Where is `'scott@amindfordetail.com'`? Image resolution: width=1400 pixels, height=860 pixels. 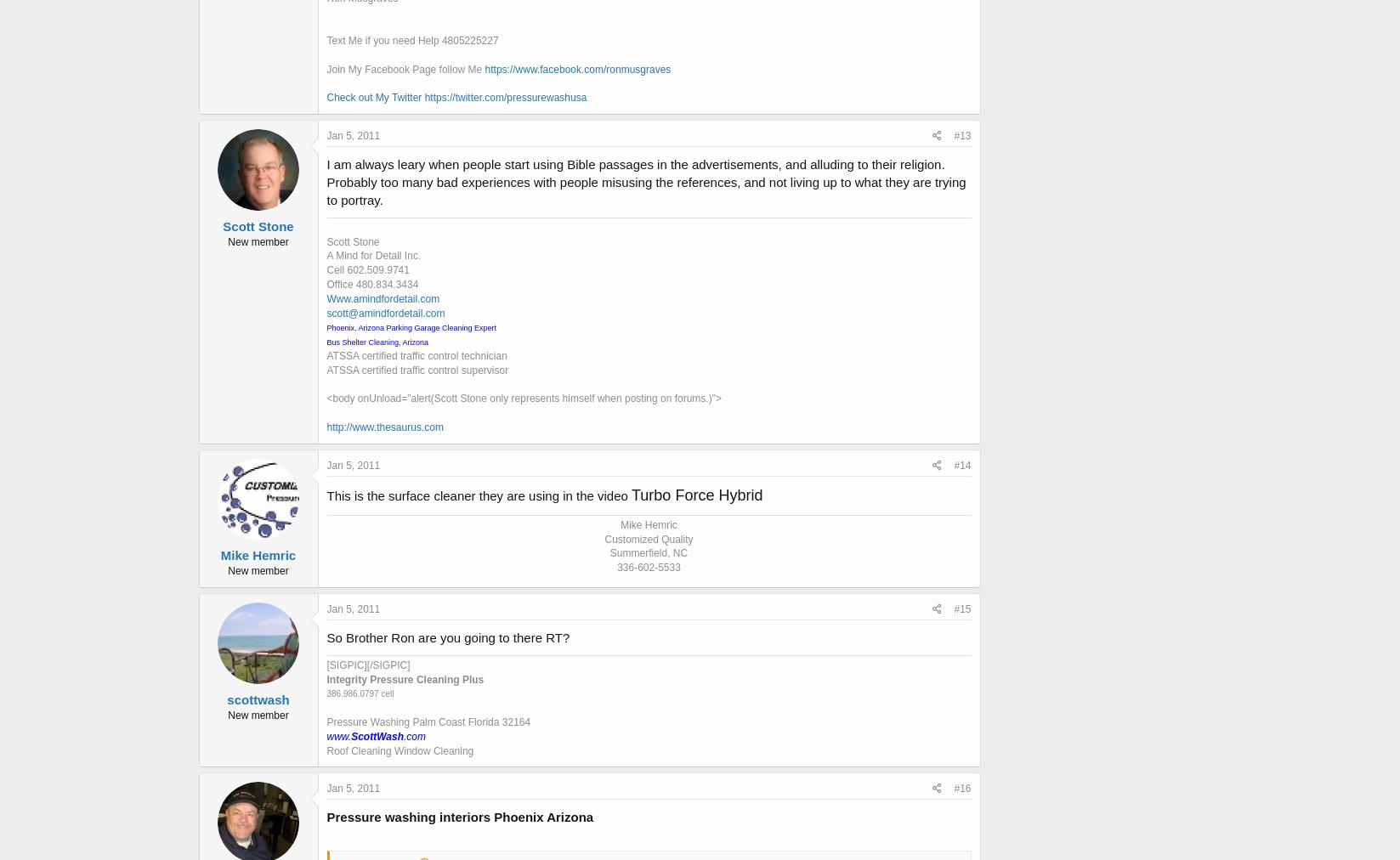 'scott@amindfordetail.com' is located at coordinates (385, 311).